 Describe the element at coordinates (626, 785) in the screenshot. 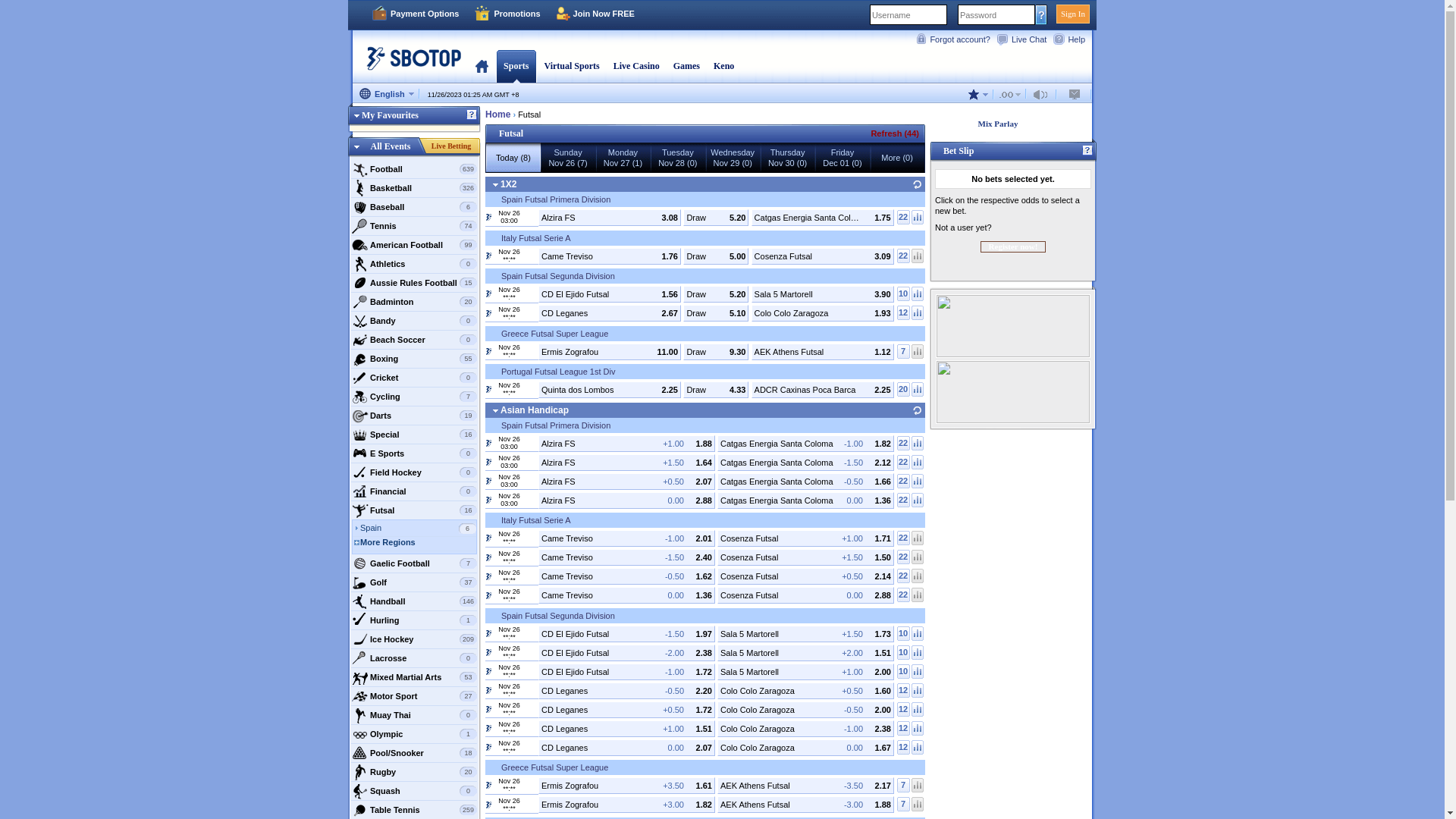

I see `'1.61` at that location.